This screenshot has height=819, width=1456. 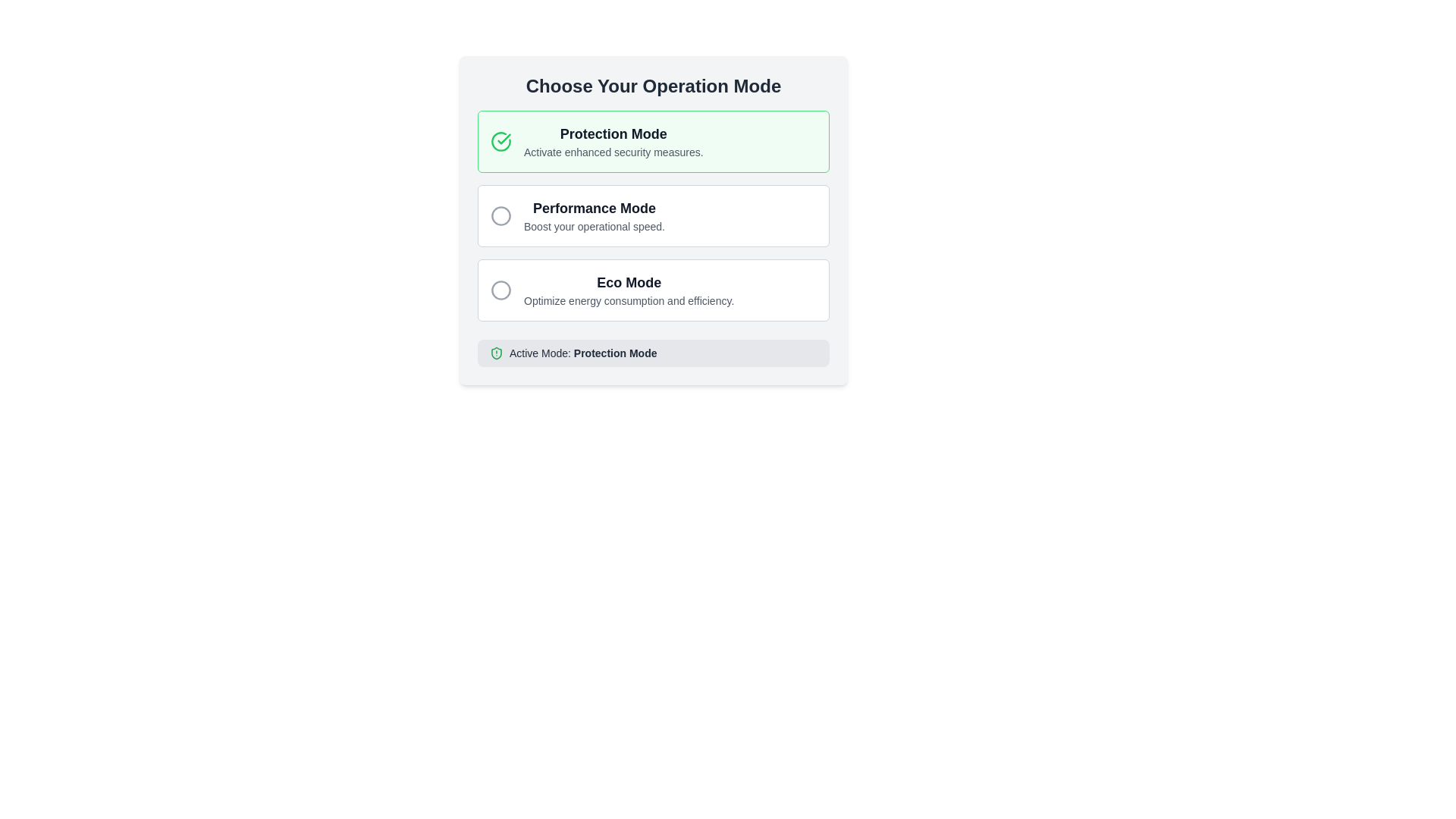 I want to click on the selectable card for 'Eco Mode', so click(x=654, y=290).